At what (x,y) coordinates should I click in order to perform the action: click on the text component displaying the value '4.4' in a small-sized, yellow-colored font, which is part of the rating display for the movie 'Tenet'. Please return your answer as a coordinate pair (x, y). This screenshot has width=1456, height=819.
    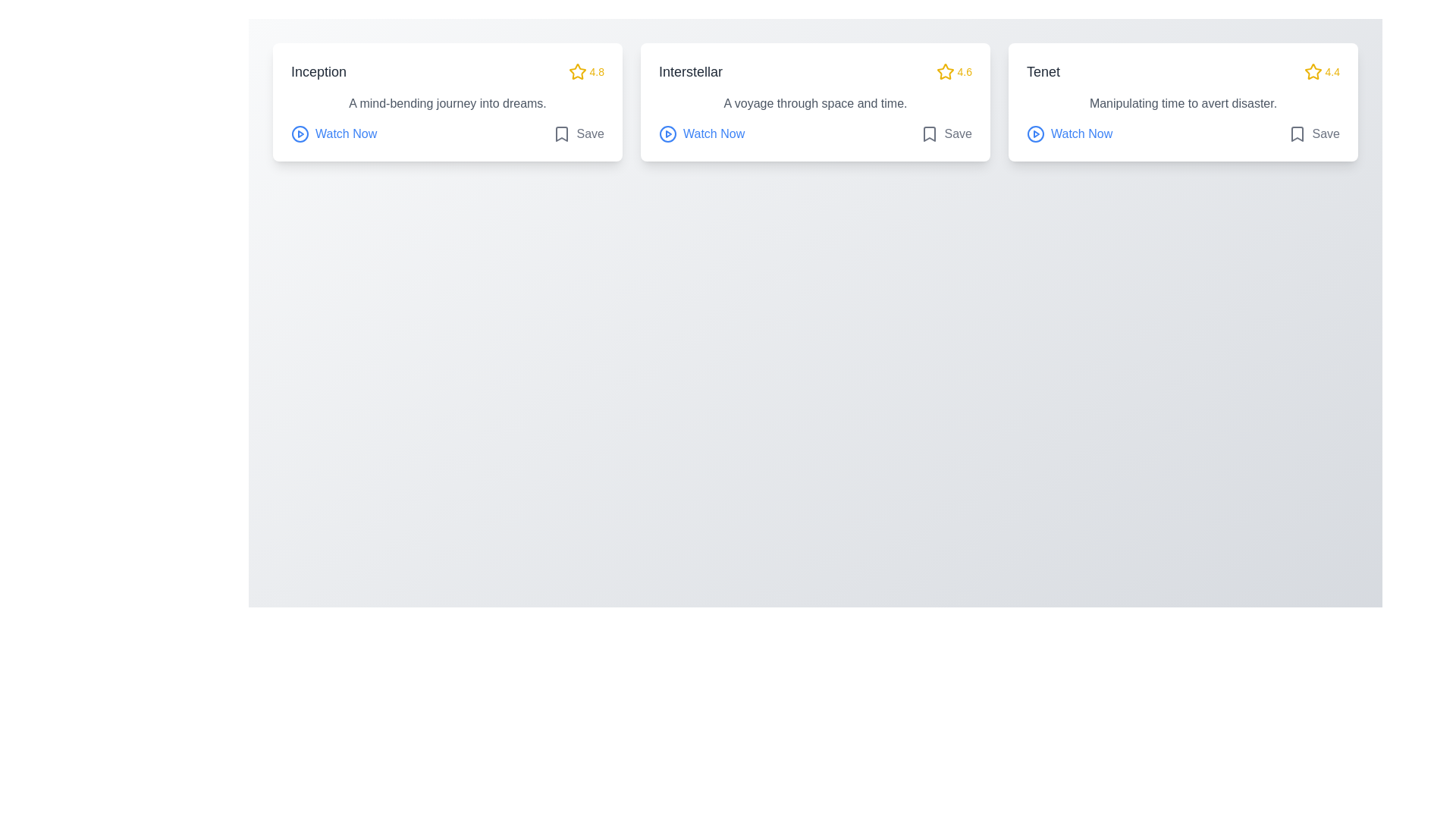
    Looking at the image, I should click on (1332, 72).